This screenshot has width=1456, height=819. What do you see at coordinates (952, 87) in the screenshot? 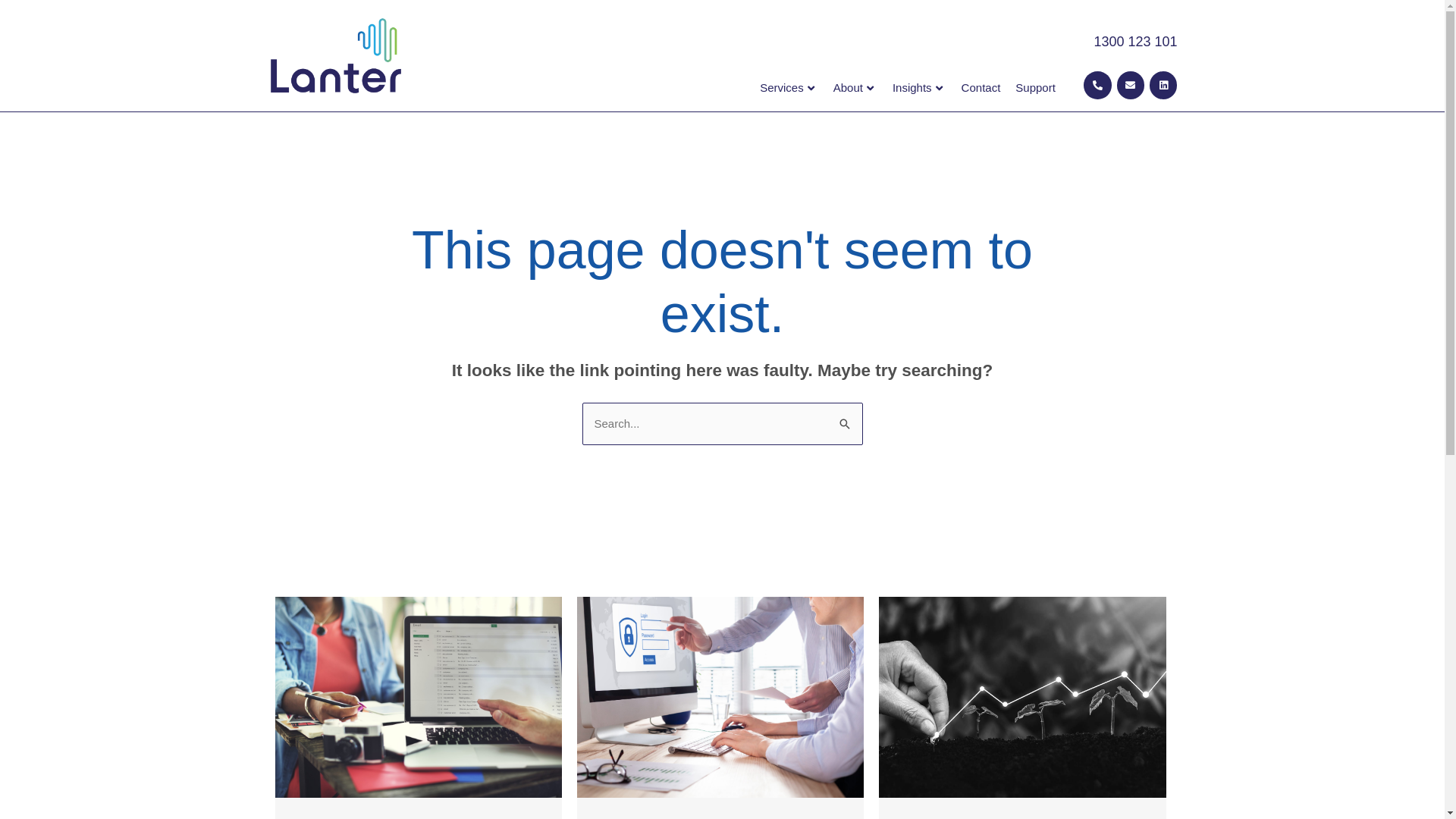
I see `'Contact'` at bounding box center [952, 87].